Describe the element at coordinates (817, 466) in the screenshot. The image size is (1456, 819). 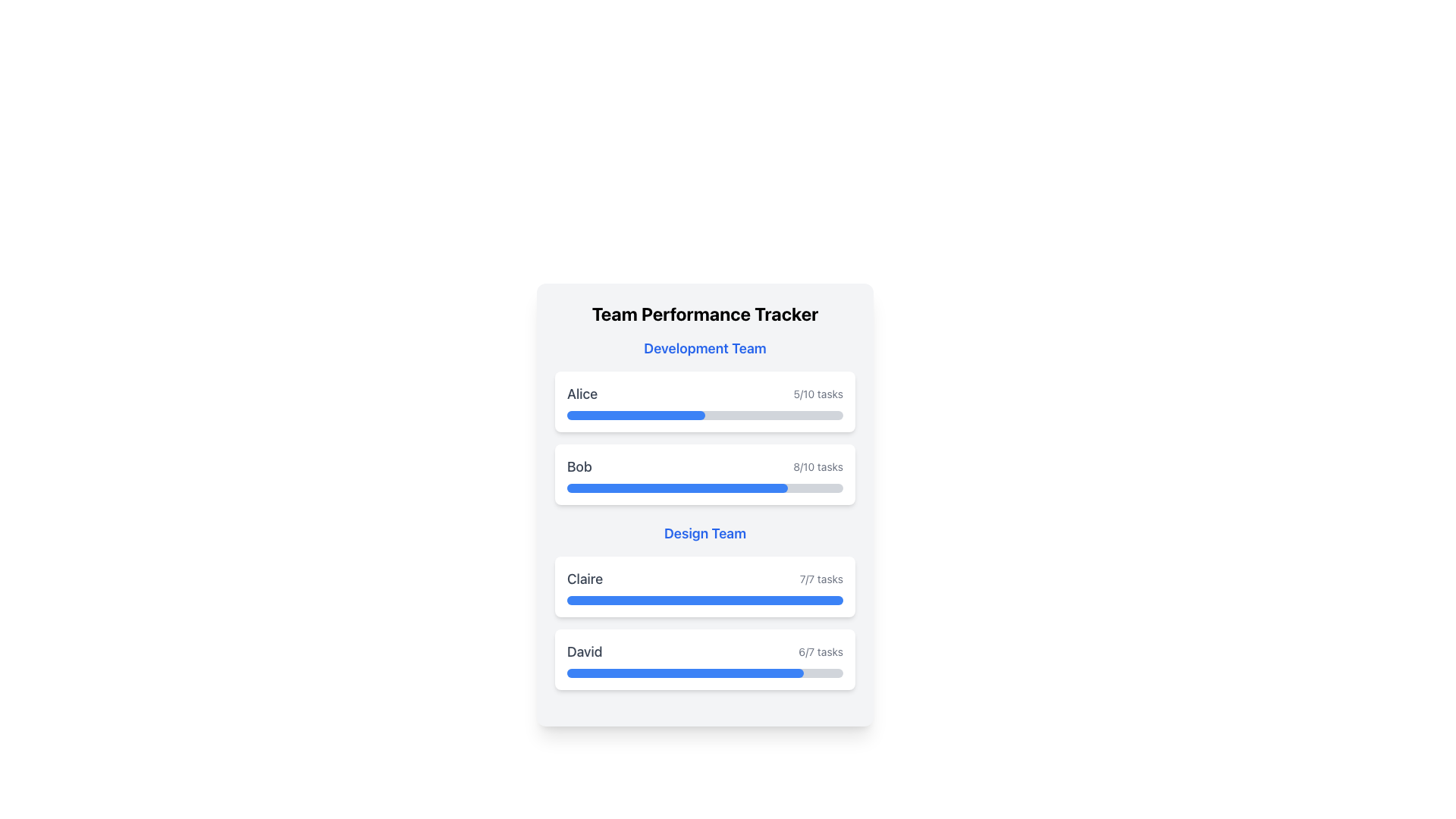
I see `the text label displaying '8/10 tasks', which is styled in small gray text and positioned near the name 'Bob' in the Development Team group` at that location.